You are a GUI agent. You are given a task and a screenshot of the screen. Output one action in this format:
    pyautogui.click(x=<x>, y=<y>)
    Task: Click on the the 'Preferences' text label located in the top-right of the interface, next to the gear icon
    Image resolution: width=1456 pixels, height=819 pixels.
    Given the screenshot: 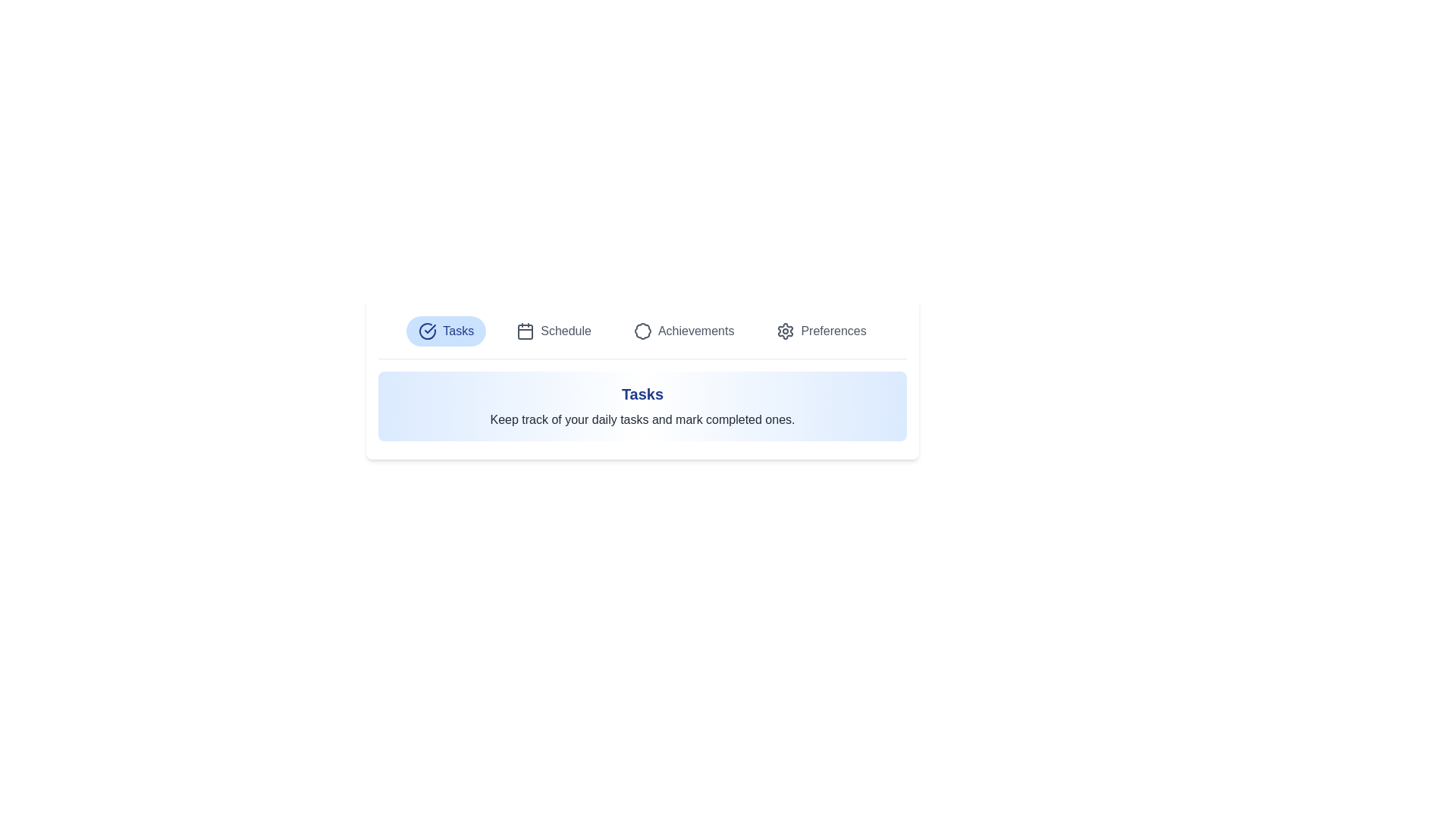 What is the action you would take?
    pyautogui.click(x=833, y=330)
    